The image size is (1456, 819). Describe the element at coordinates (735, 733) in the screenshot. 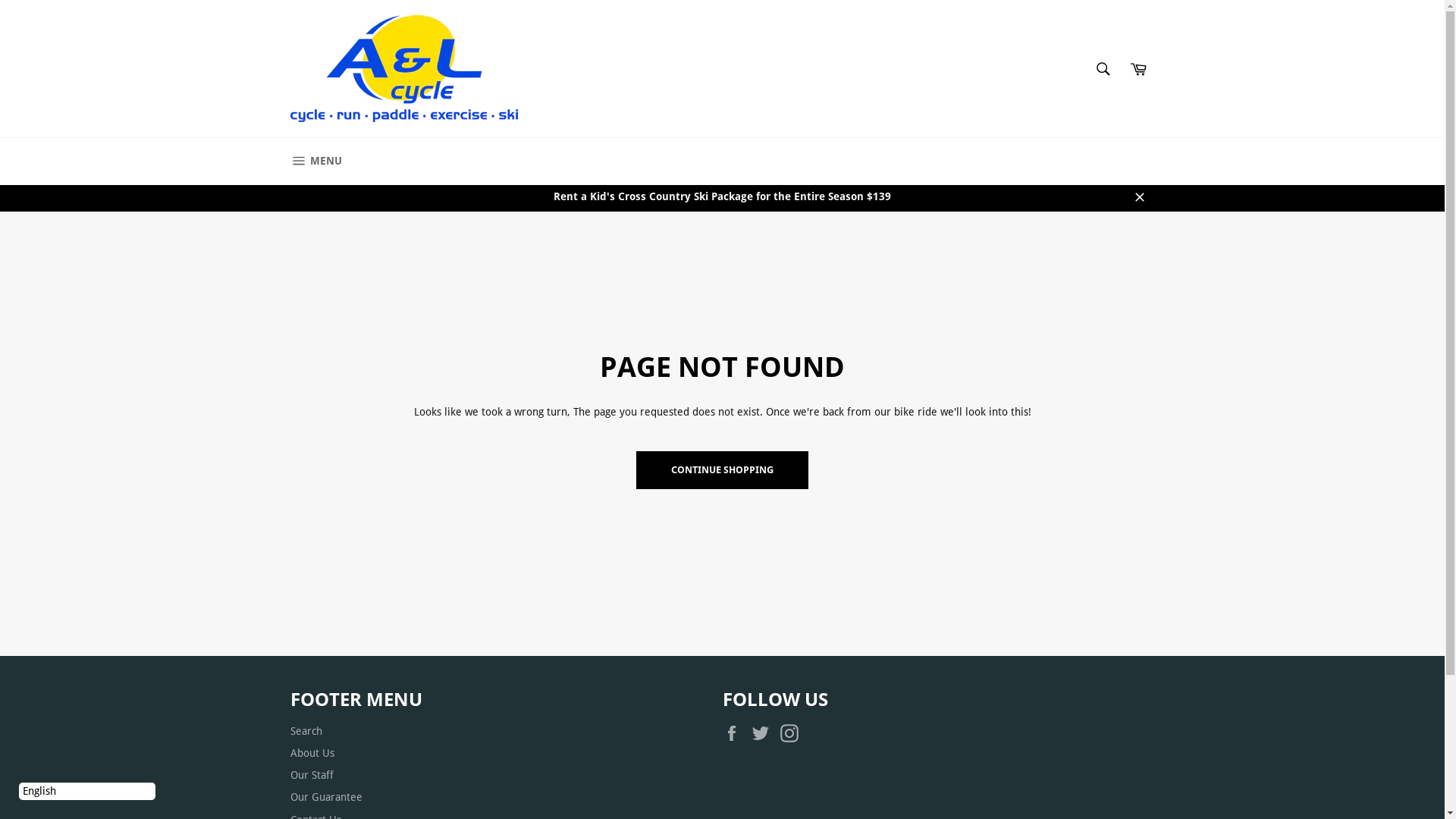

I see `'Facebook'` at that location.